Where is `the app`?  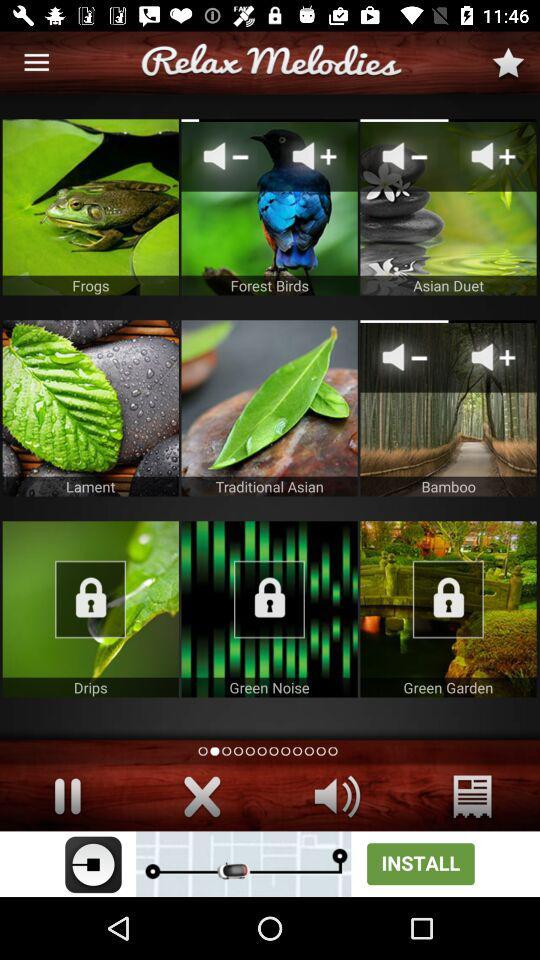
the app is located at coordinates (448, 608).